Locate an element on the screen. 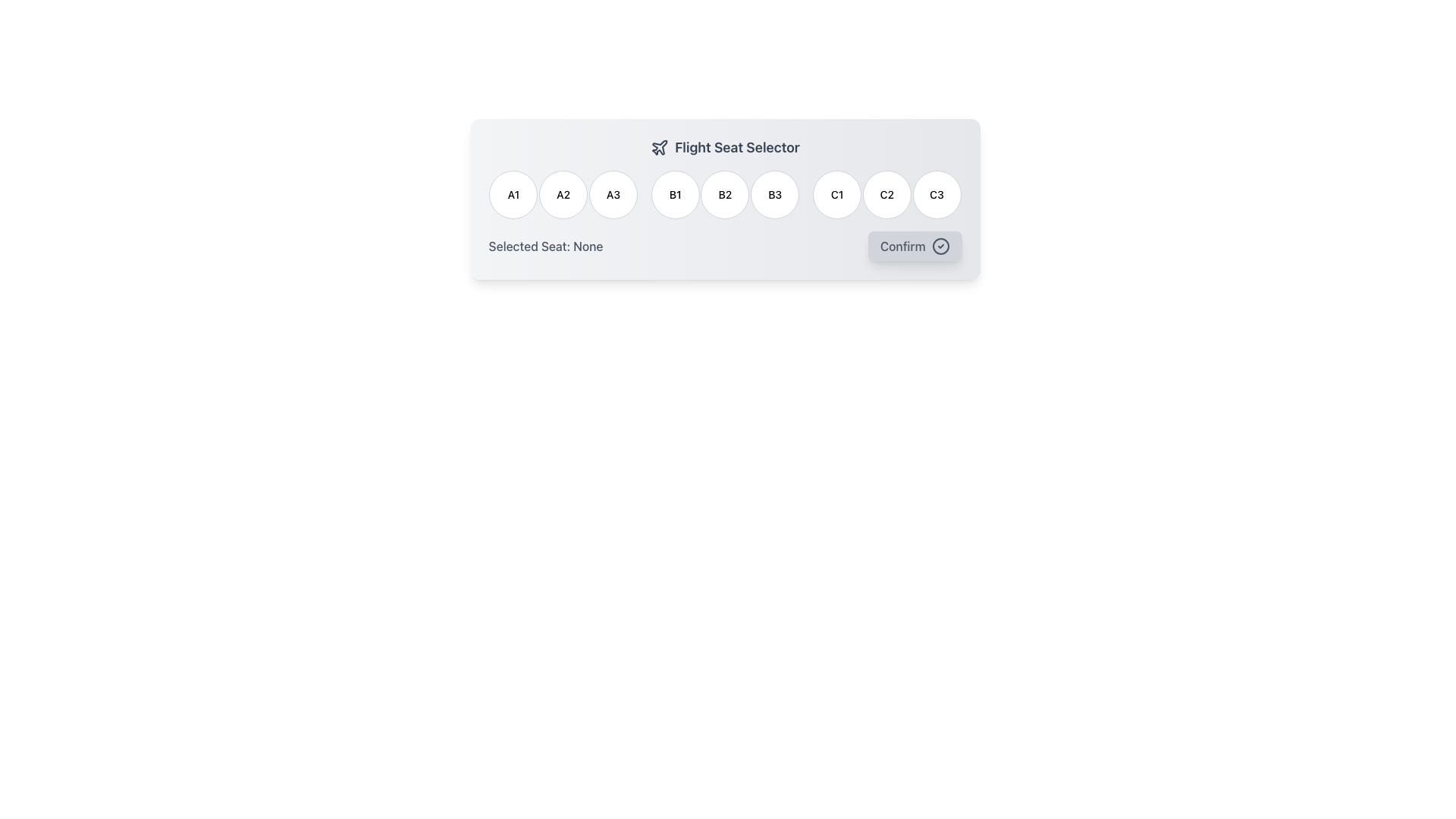 The image size is (1456, 819). text content of the Static Text Label displaying 'Selected Seat: None' located in the 'Flight Seat Selector' section is located at coordinates (546, 245).